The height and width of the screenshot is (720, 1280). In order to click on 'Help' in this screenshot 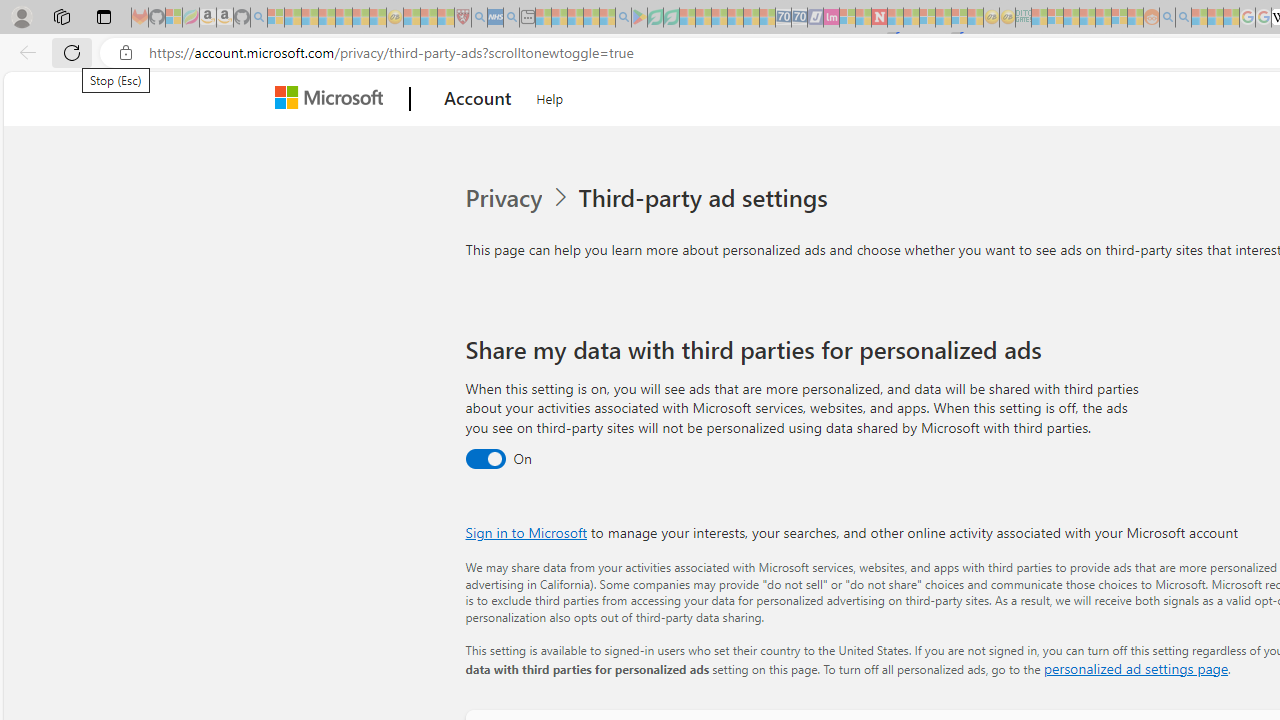, I will do `click(550, 96)`.